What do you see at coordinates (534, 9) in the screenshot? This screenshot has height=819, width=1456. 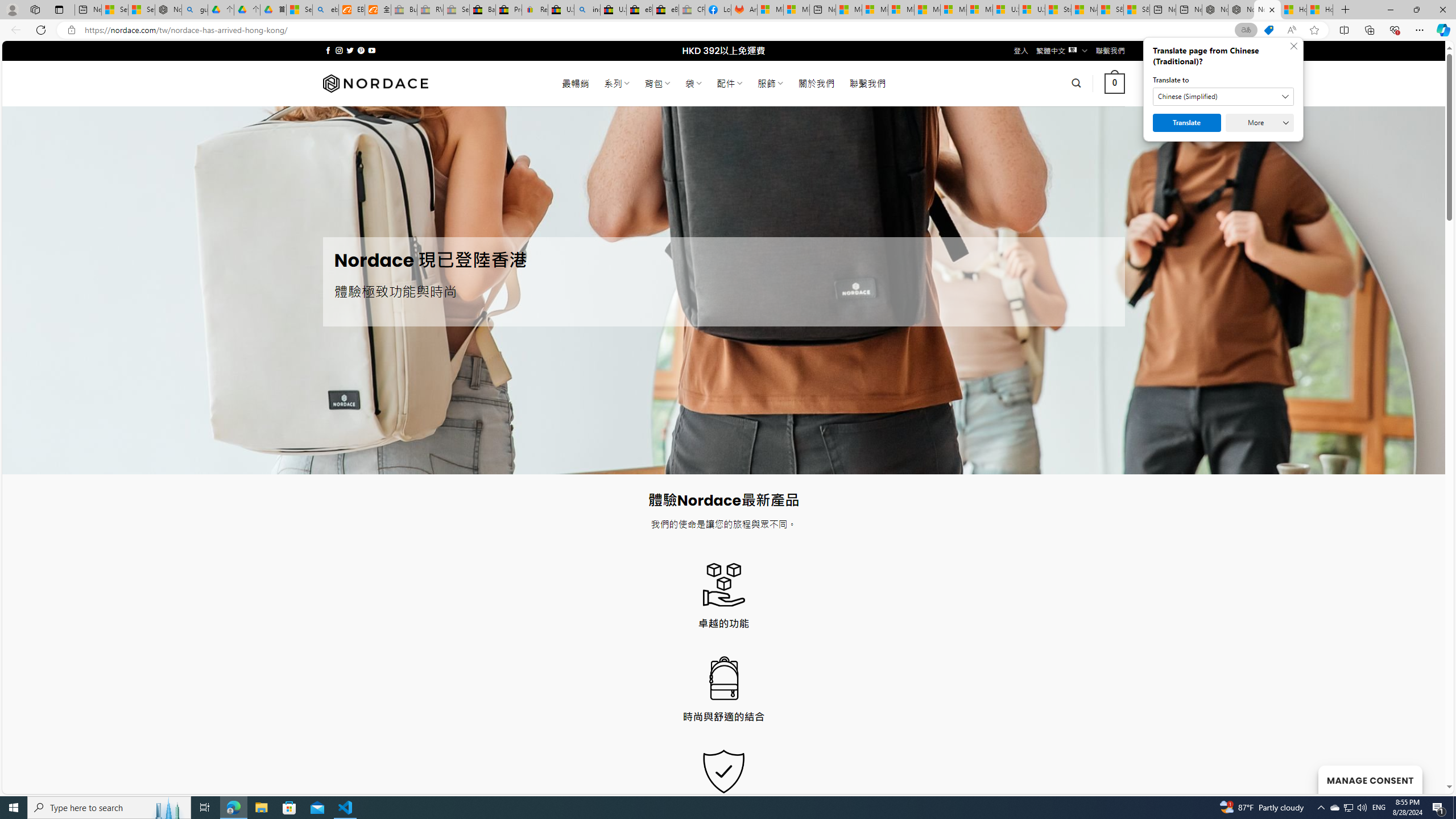 I see `'Register: Create a personal eBay account'` at bounding box center [534, 9].